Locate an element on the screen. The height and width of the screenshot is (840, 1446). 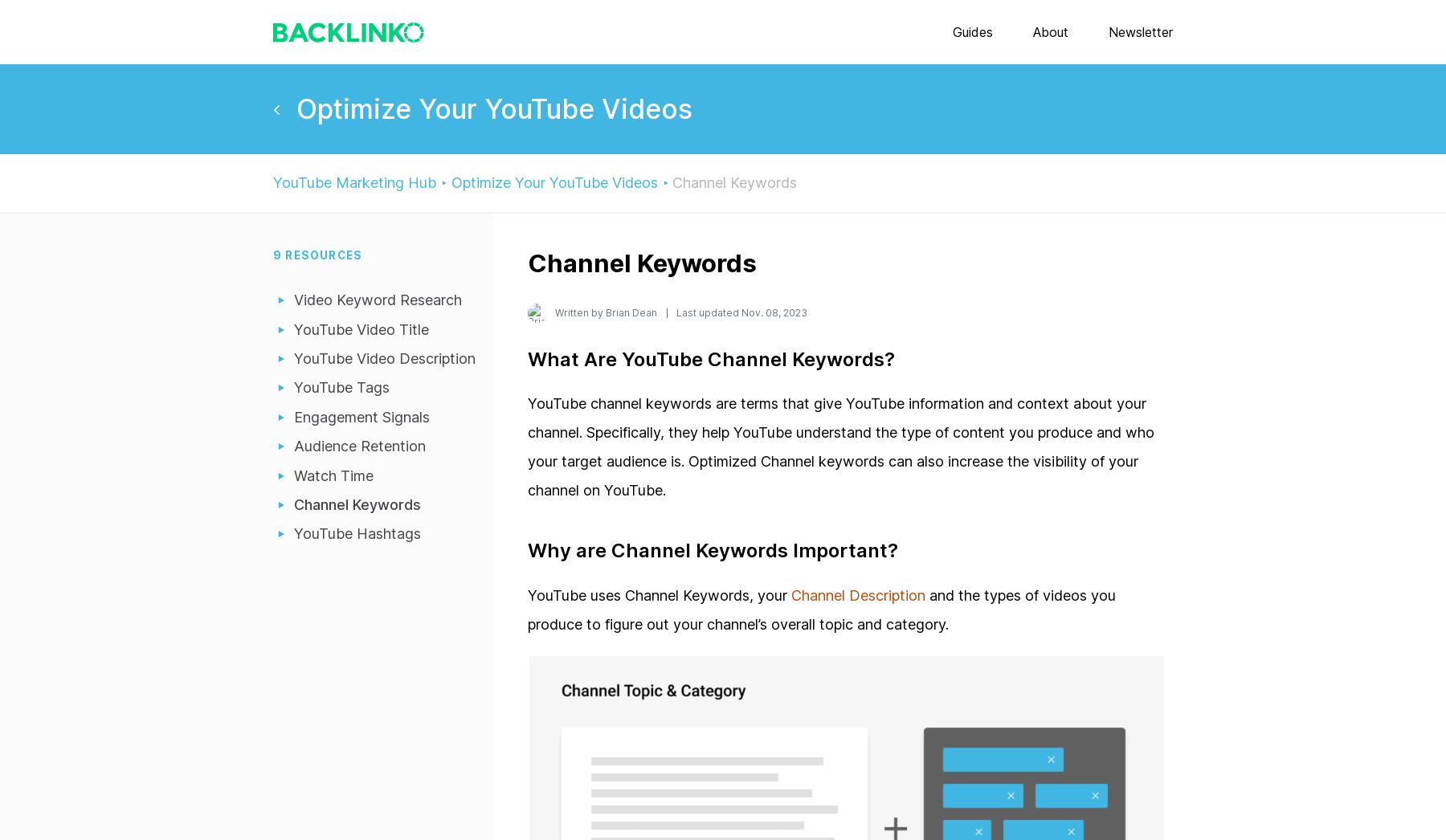
'Link Building for SEO' is located at coordinates (723, 168).